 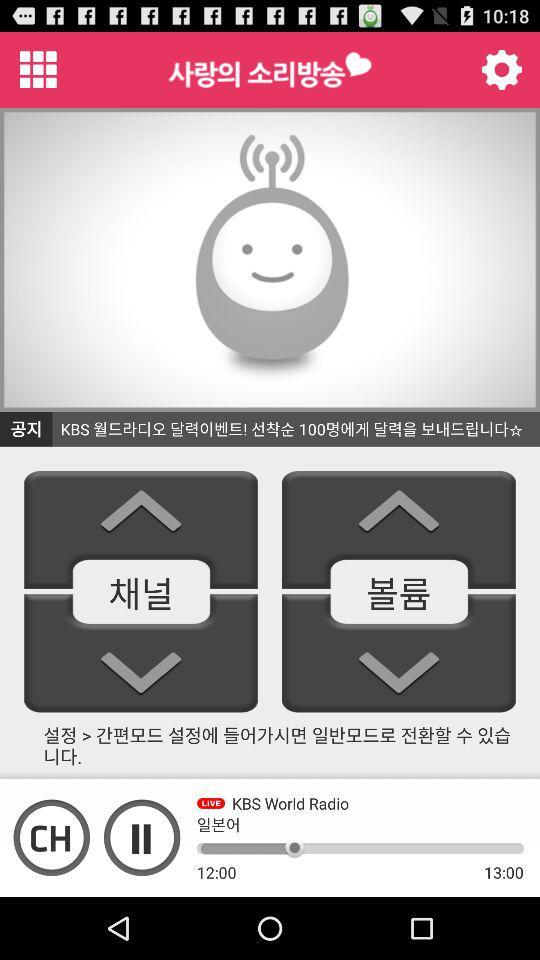 I want to click on the pause icon, so click(x=141, y=895).